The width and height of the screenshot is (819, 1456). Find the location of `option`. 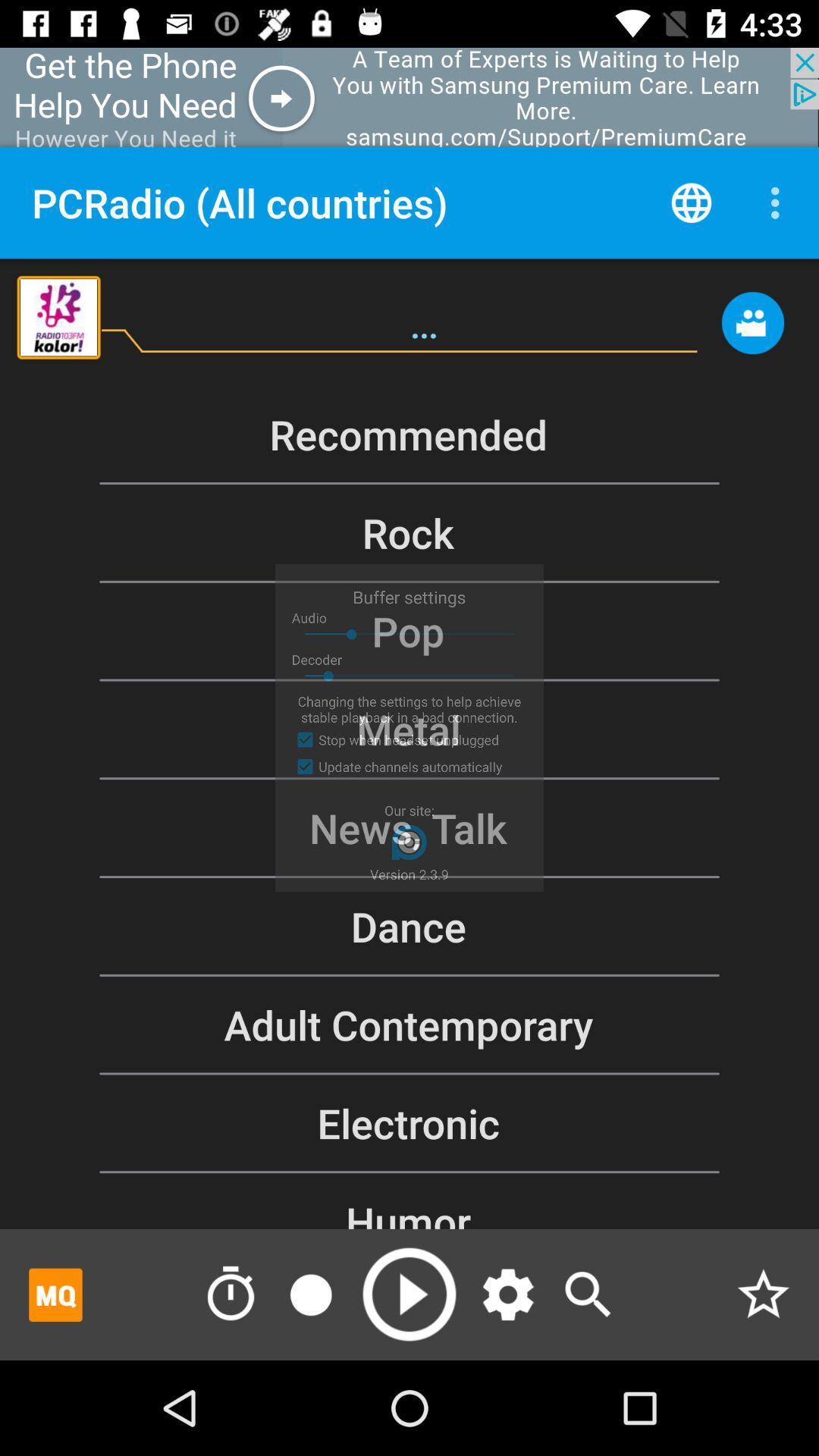

option is located at coordinates (409, 1294).